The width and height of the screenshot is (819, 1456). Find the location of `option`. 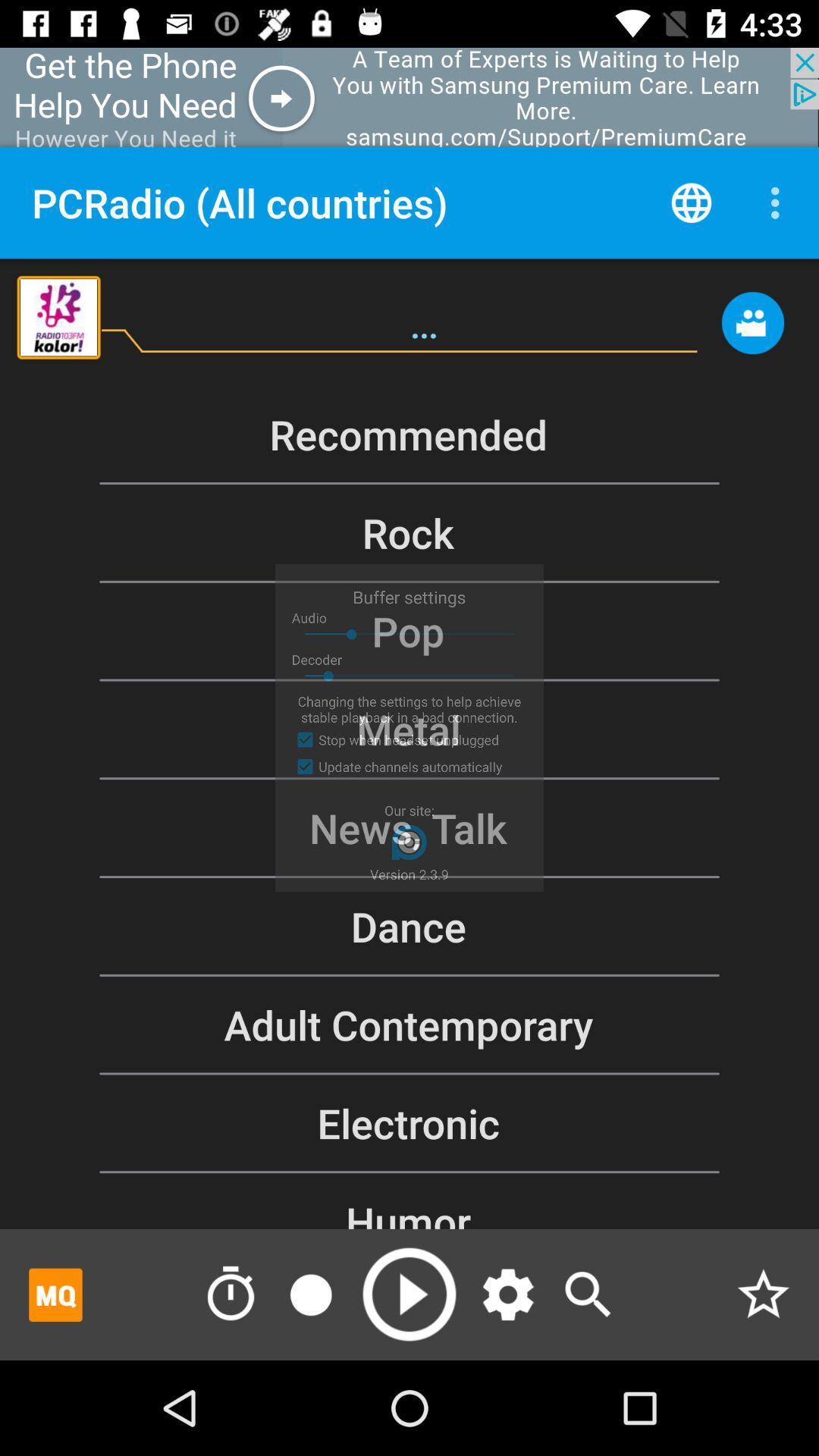

option is located at coordinates (409, 1294).